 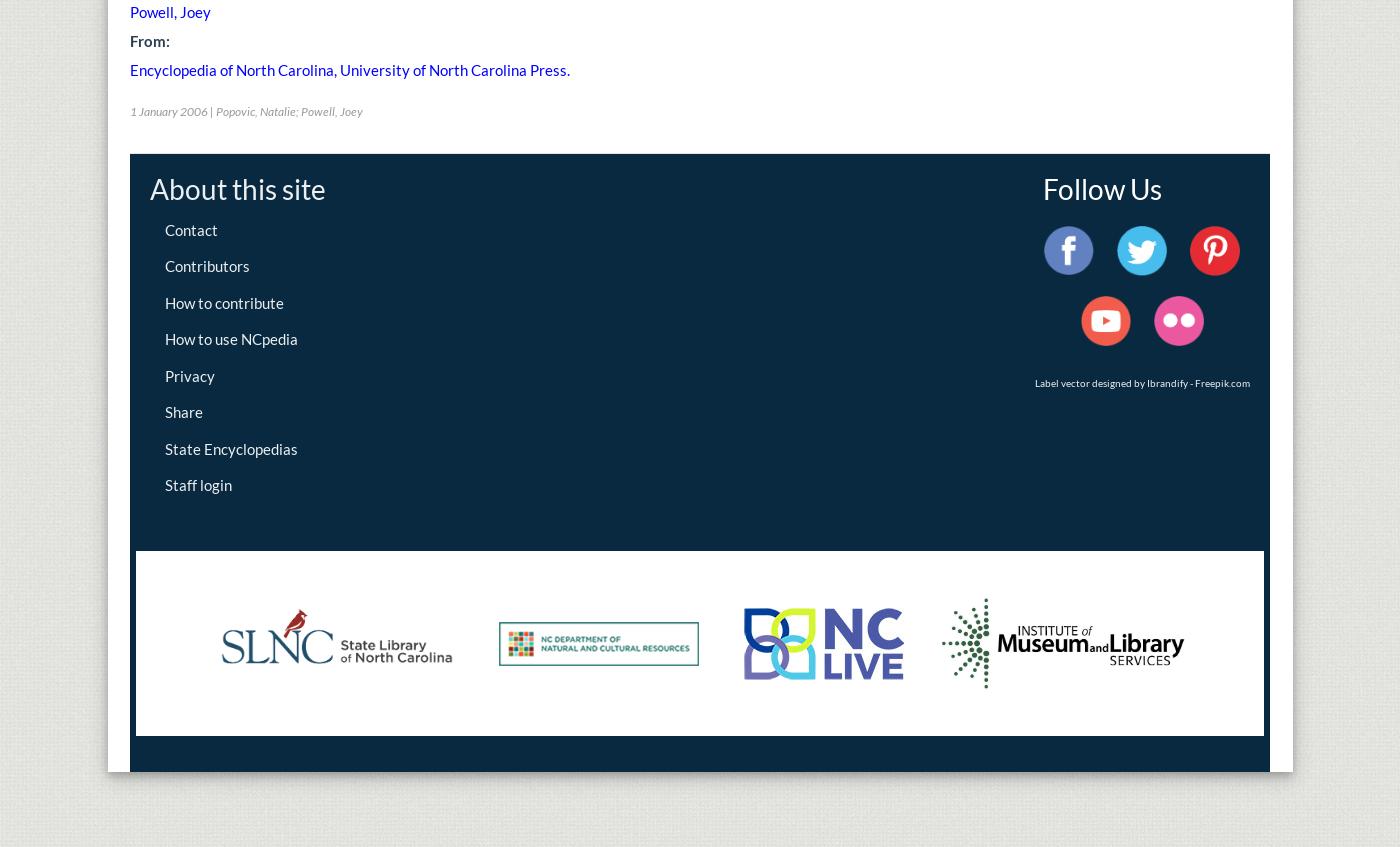 What do you see at coordinates (170, 11) in the screenshot?
I see `'Powell, Joey'` at bounding box center [170, 11].